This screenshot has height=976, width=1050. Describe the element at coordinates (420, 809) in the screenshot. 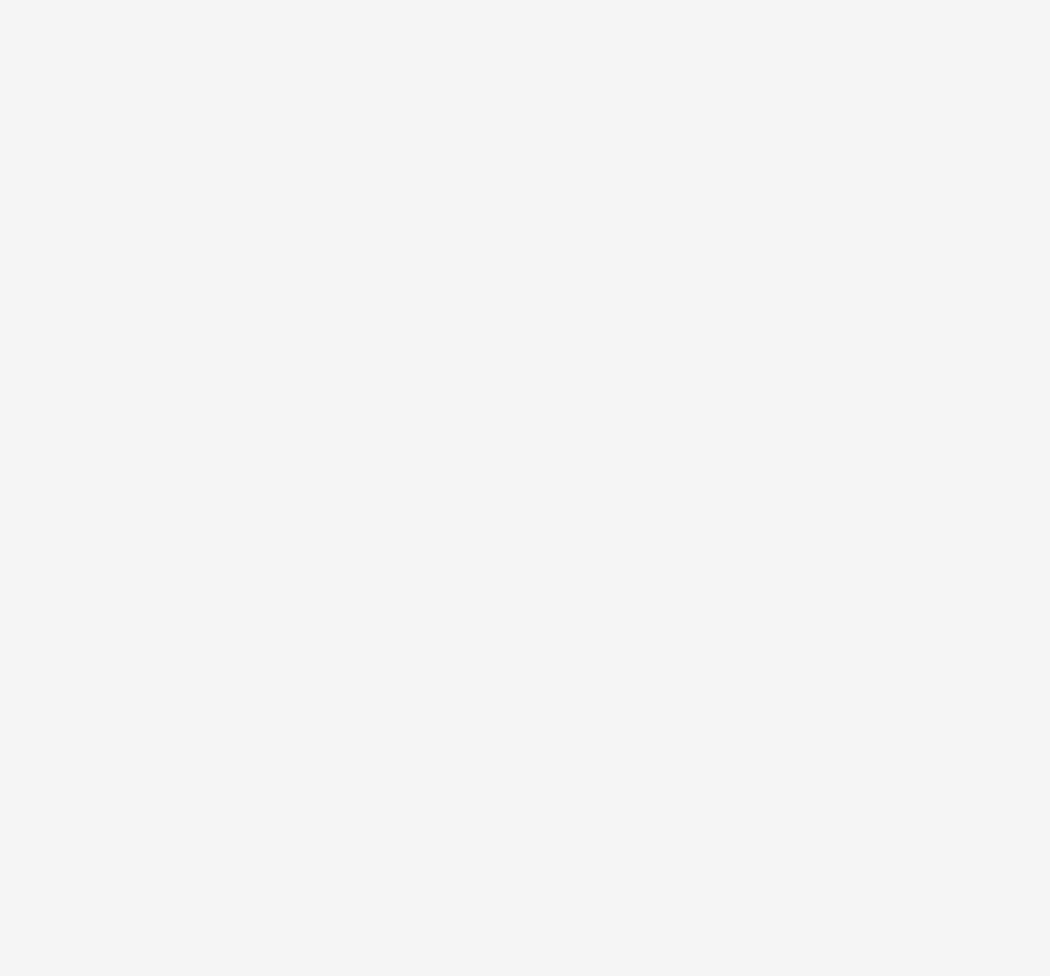

I see `'Rang Rasiya Colors of Passion kannada movie download 720p'` at that location.